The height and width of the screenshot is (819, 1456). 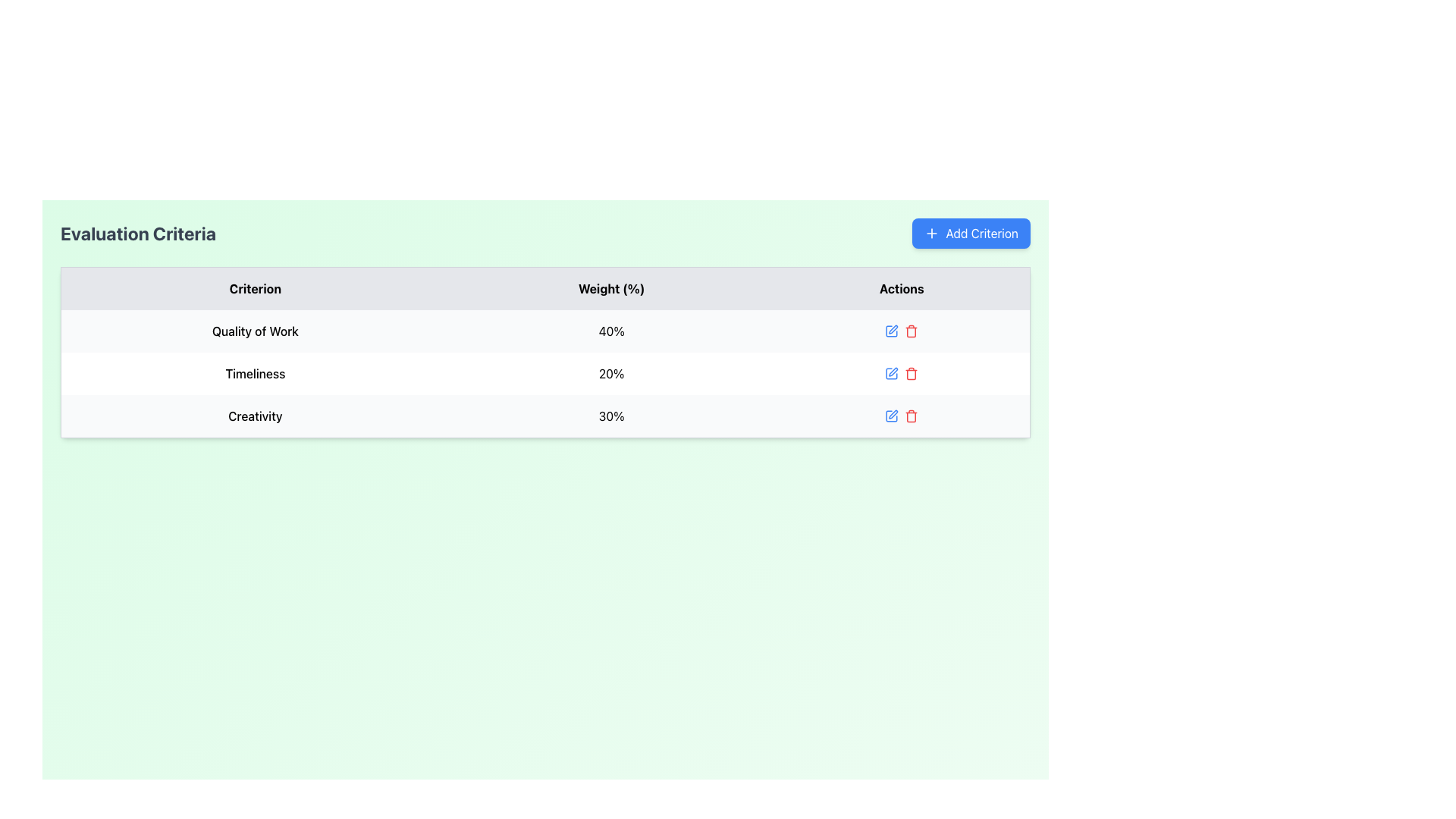 What do you see at coordinates (893, 328) in the screenshot?
I see `the pen icon button in the Actions column associated with 'Quality of Work'` at bounding box center [893, 328].